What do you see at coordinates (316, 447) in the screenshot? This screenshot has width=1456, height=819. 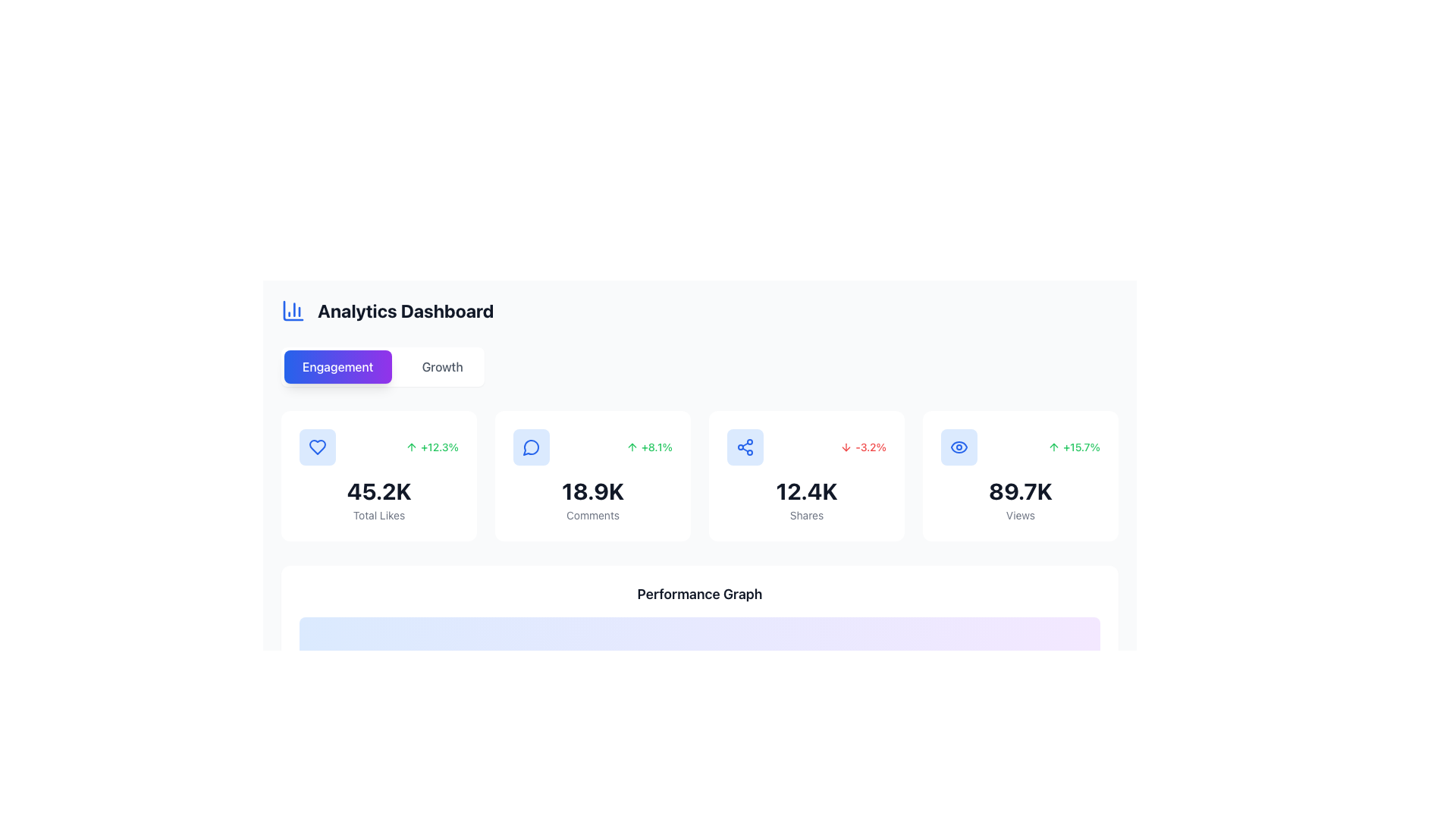 I see `the 'likes' icon representing the total number of likes (45.2K) in the dashboard interface to associate with the 'likes' metric` at bounding box center [316, 447].